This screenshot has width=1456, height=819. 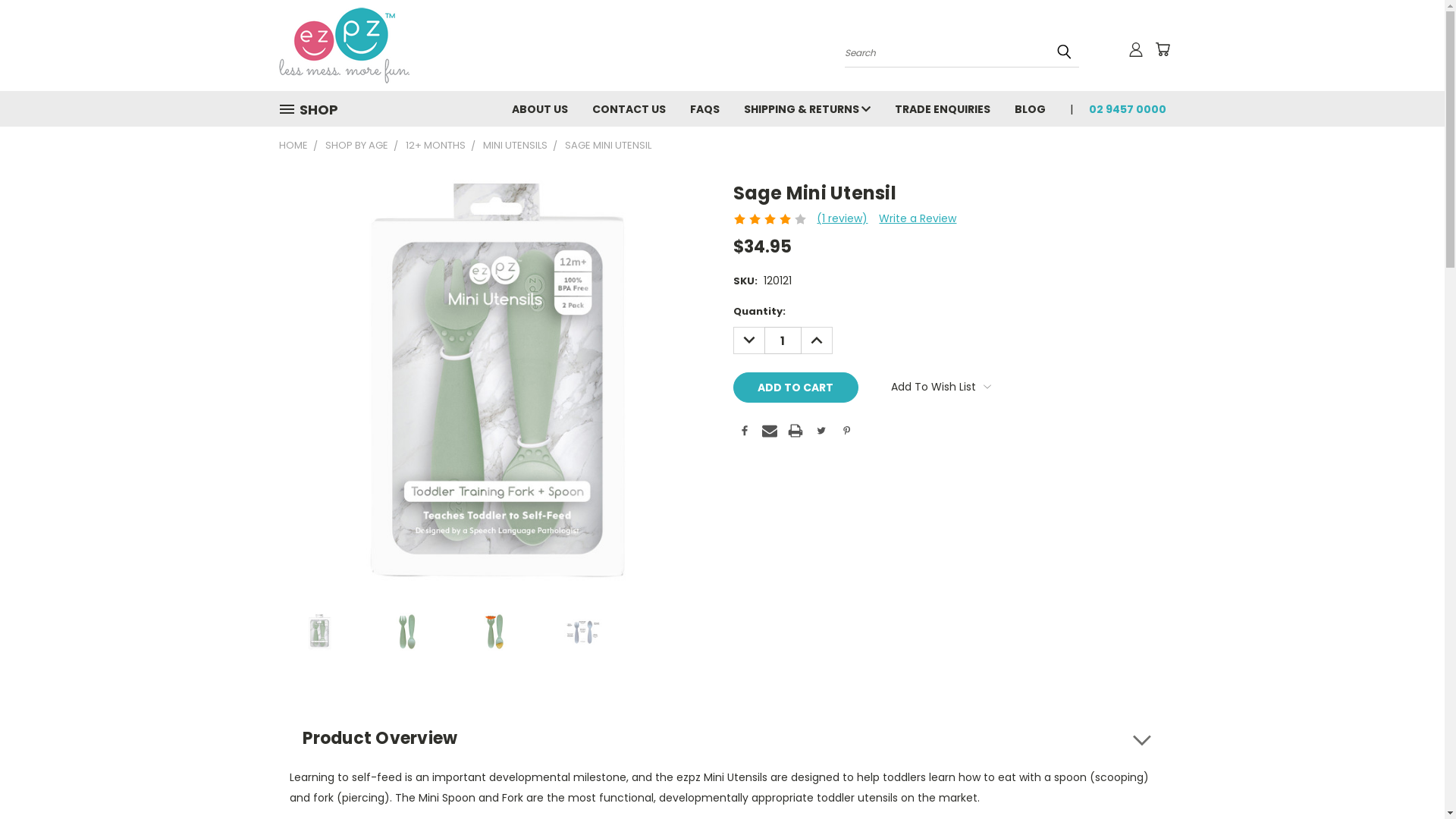 I want to click on 'SHIPPING & RETURNS', so click(x=805, y=107).